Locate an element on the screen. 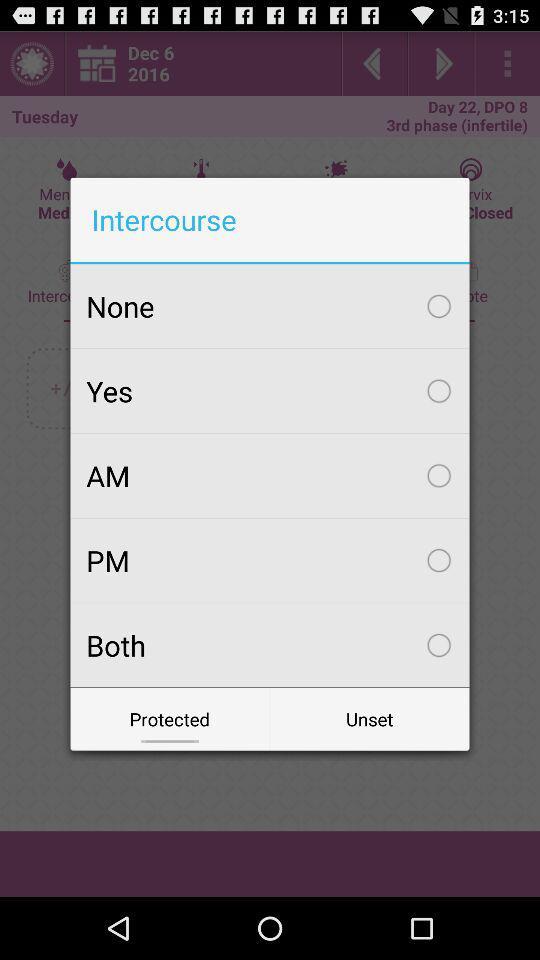 Image resolution: width=540 pixels, height=960 pixels. item above the am checkbox is located at coordinates (270, 390).